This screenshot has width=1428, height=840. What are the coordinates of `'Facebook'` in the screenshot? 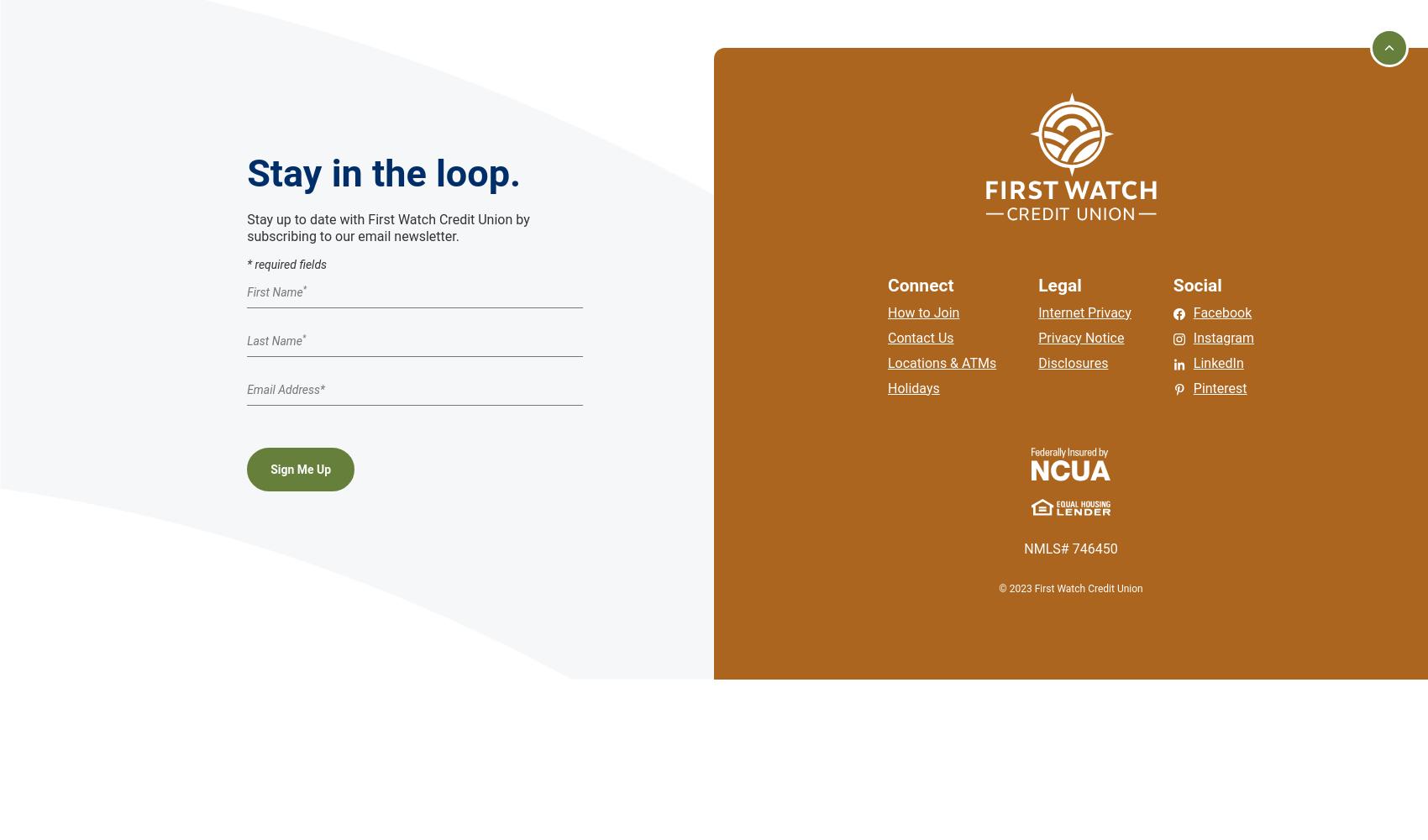 It's located at (1221, 311).